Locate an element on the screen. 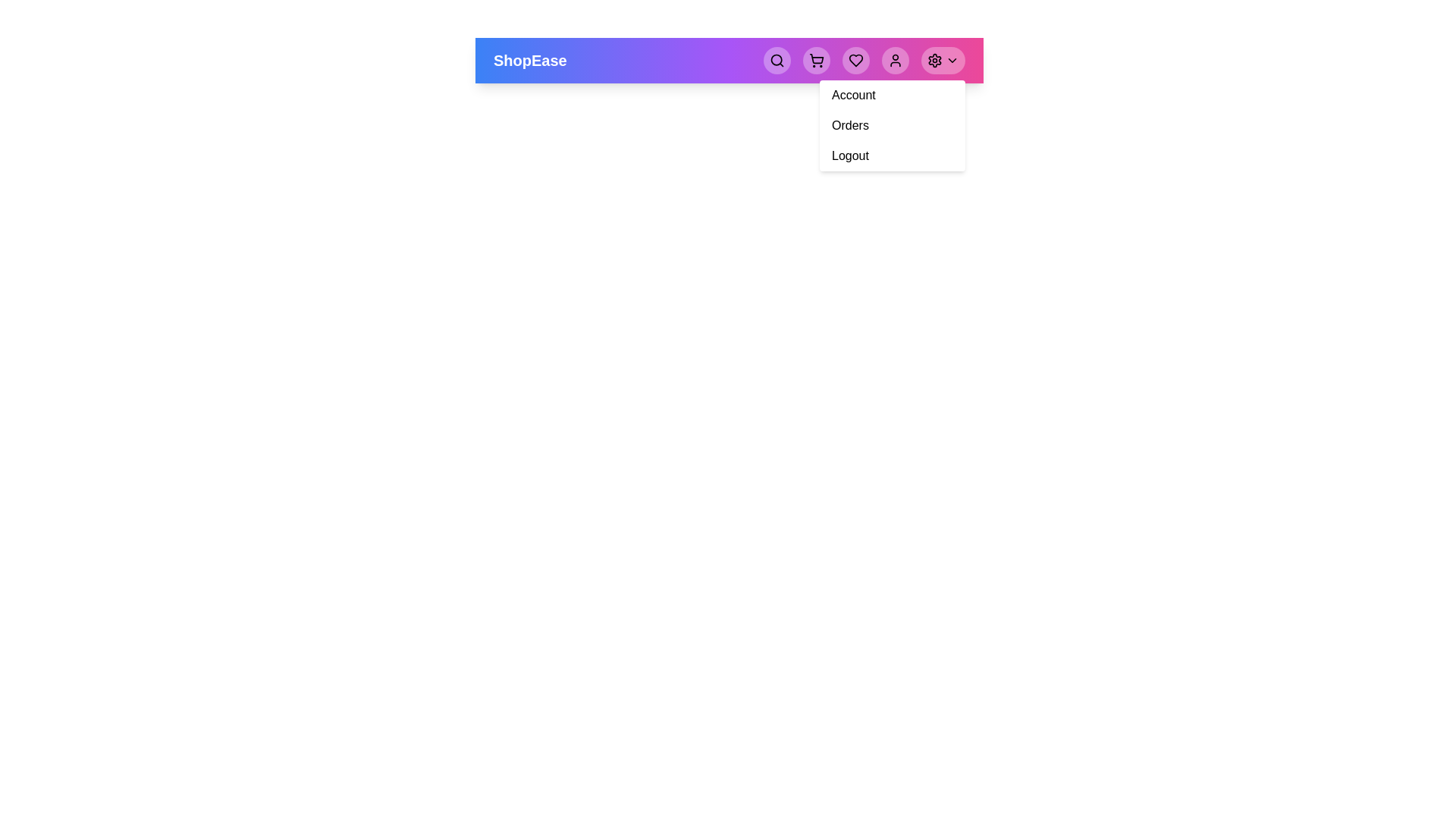 The height and width of the screenshot is (819, 1456). the shopping cart button is located at coordinates (815, 60).